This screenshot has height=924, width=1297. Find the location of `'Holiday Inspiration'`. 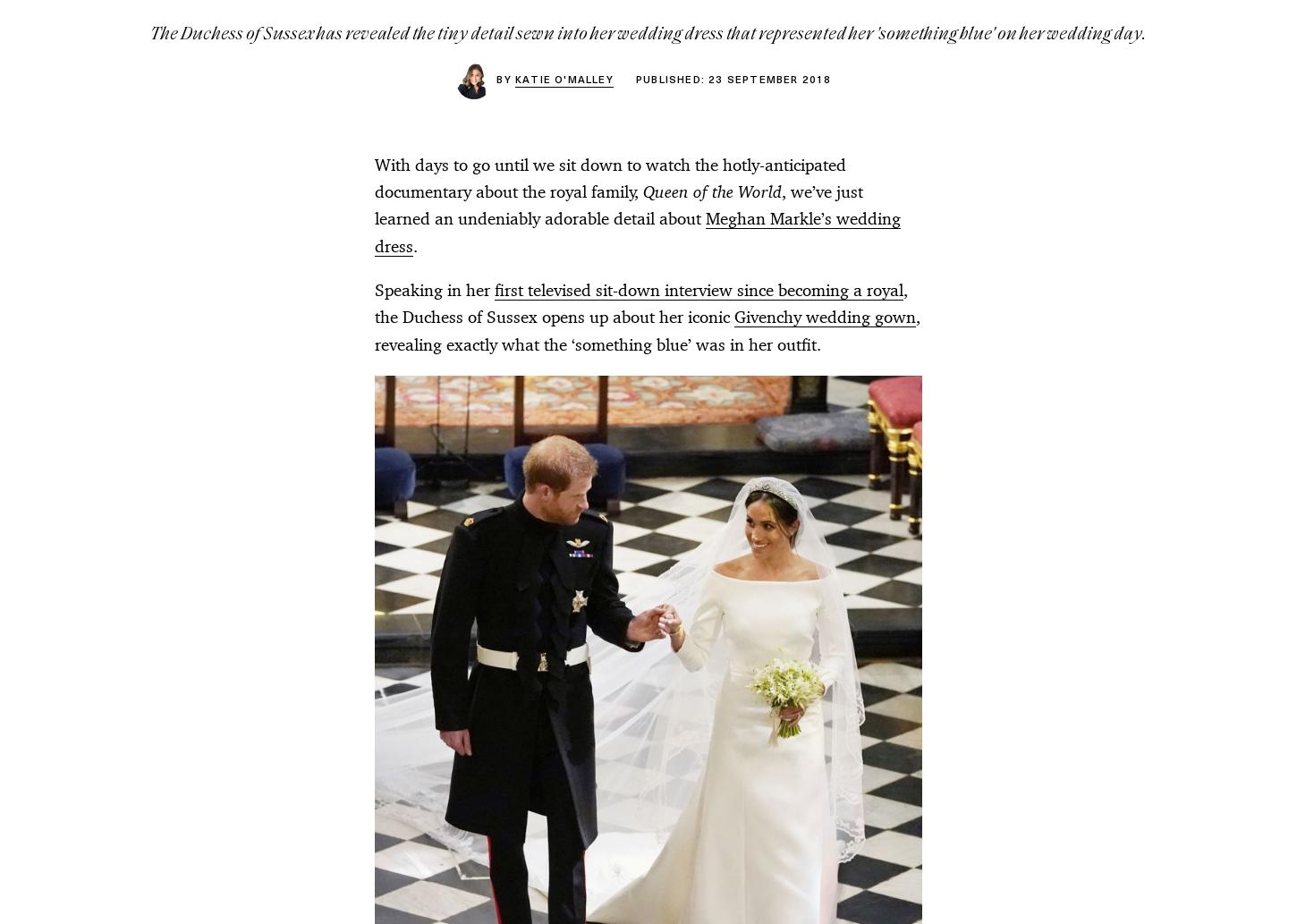

'Holiday Inspiration' is located at coordinates (714, 501).